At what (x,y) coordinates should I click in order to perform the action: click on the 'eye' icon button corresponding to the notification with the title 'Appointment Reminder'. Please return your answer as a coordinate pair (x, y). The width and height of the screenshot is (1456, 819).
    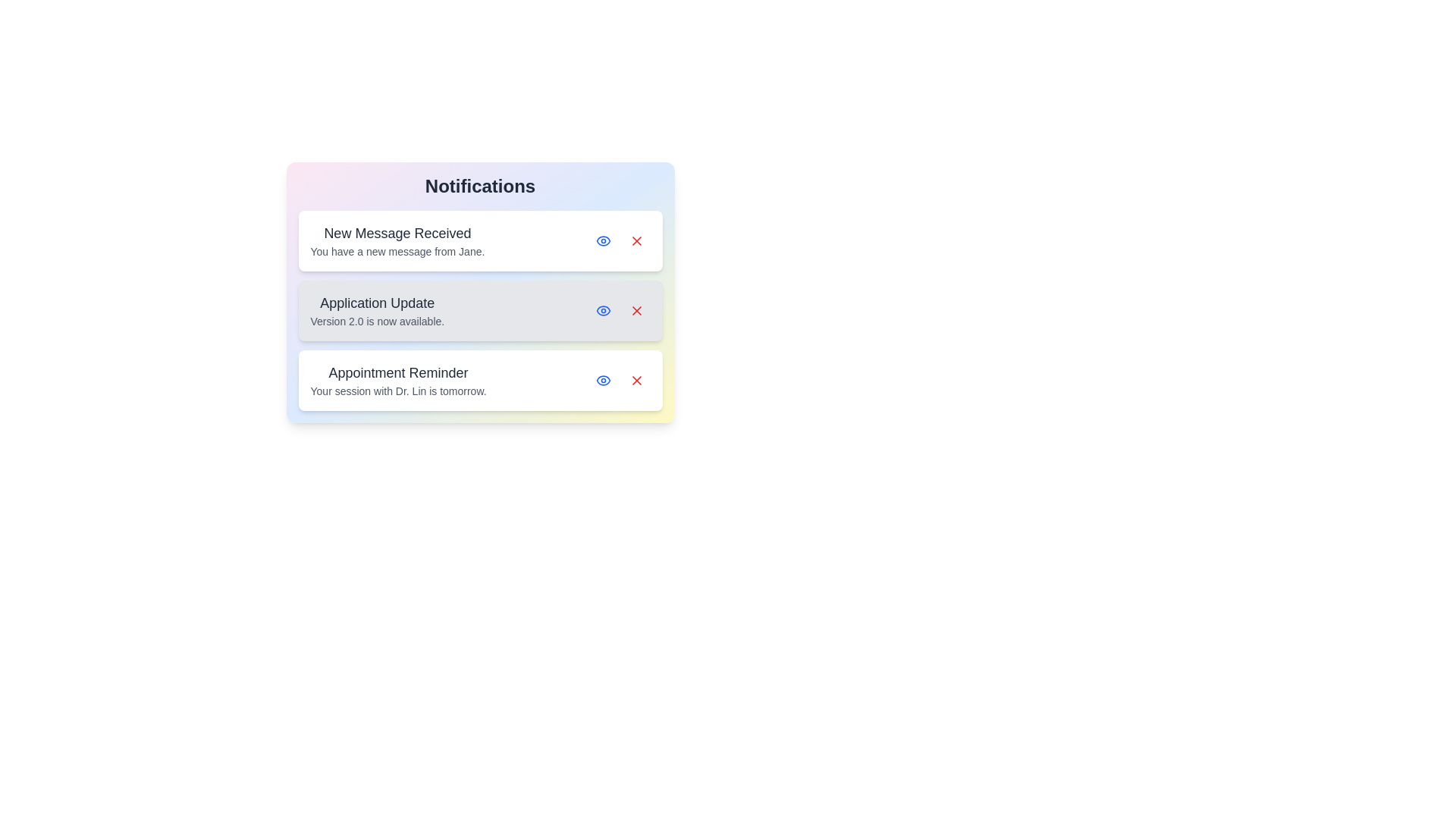
    Looking at the image, I should click on (602, 379).